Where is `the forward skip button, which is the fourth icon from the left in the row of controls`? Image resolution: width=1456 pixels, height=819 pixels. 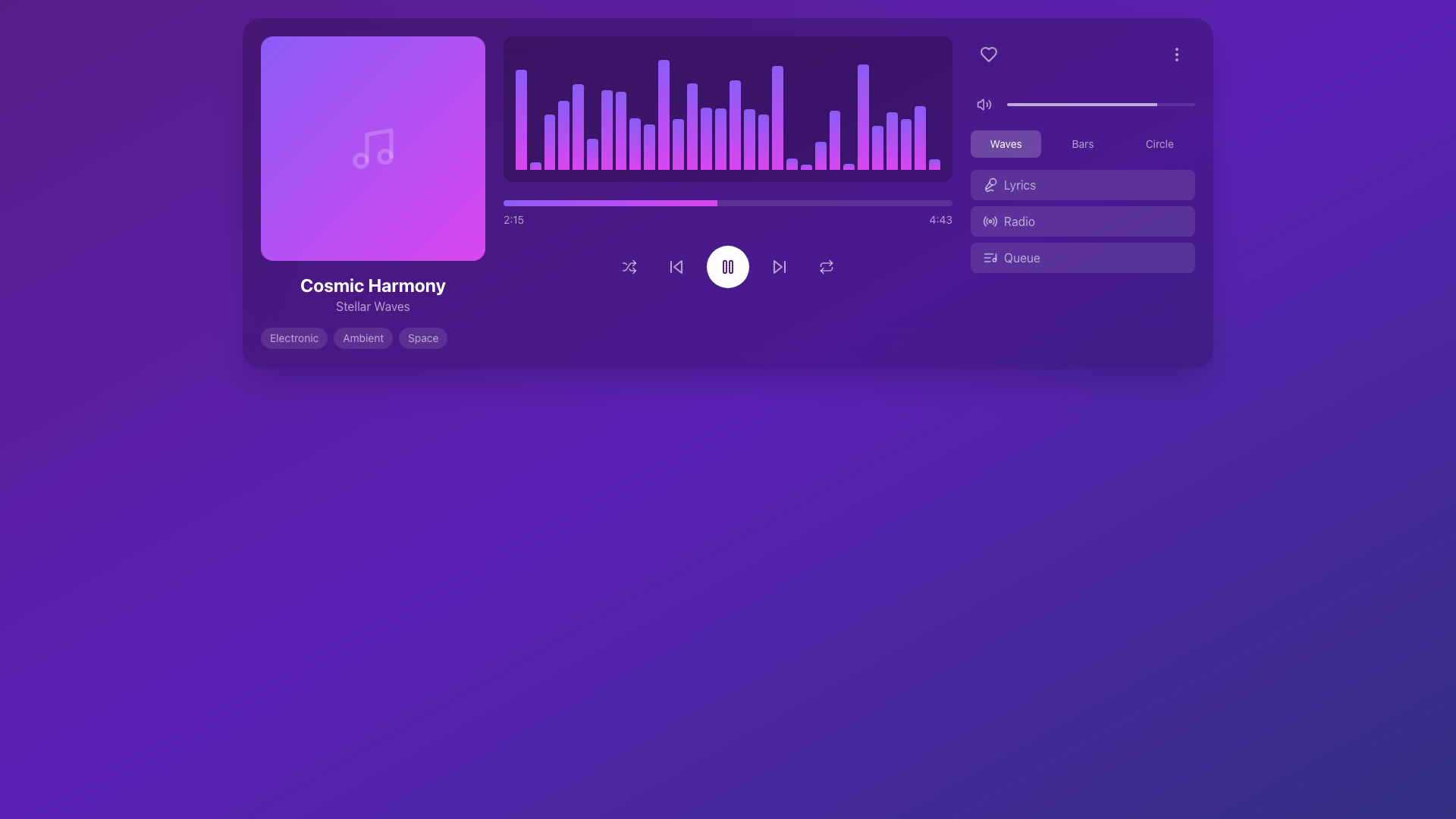 the forward skip button, which is the fourth icon from the left in the row of controls is located at coordinates (779, 265).